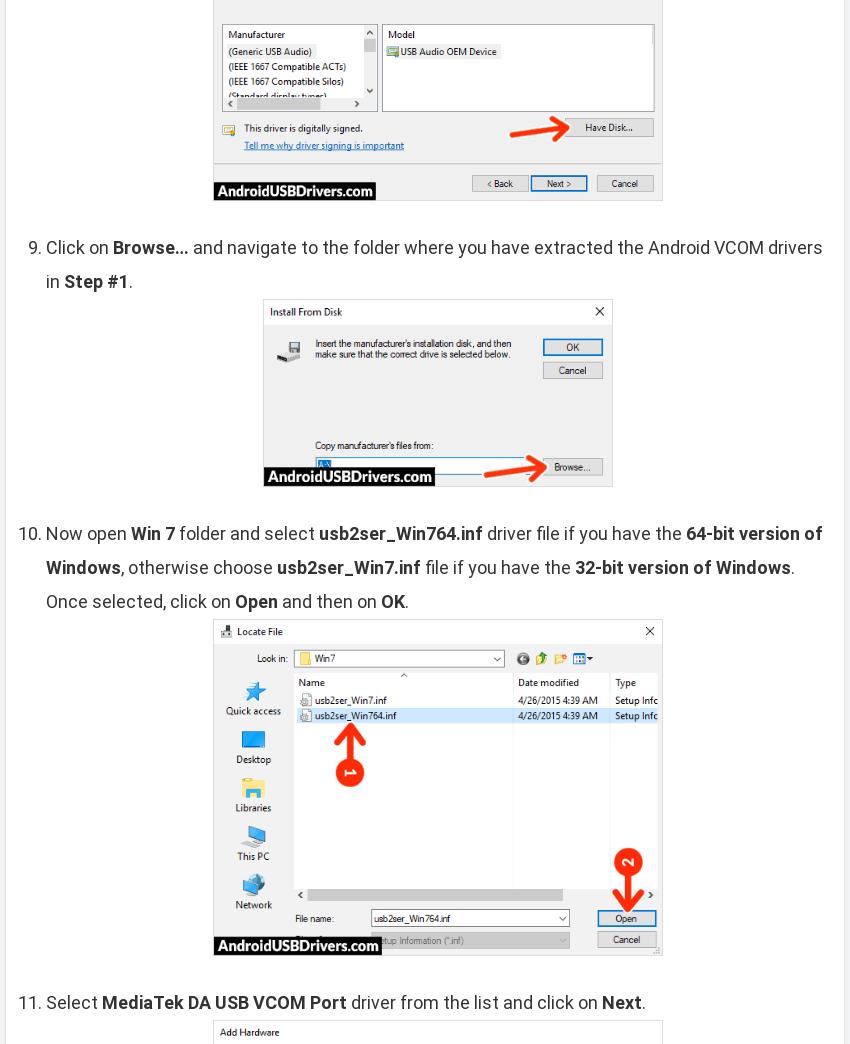 This screenshot has width=850, height=1044. I want to click on 'usb2ser_Win764.inf', so click(401, 531).